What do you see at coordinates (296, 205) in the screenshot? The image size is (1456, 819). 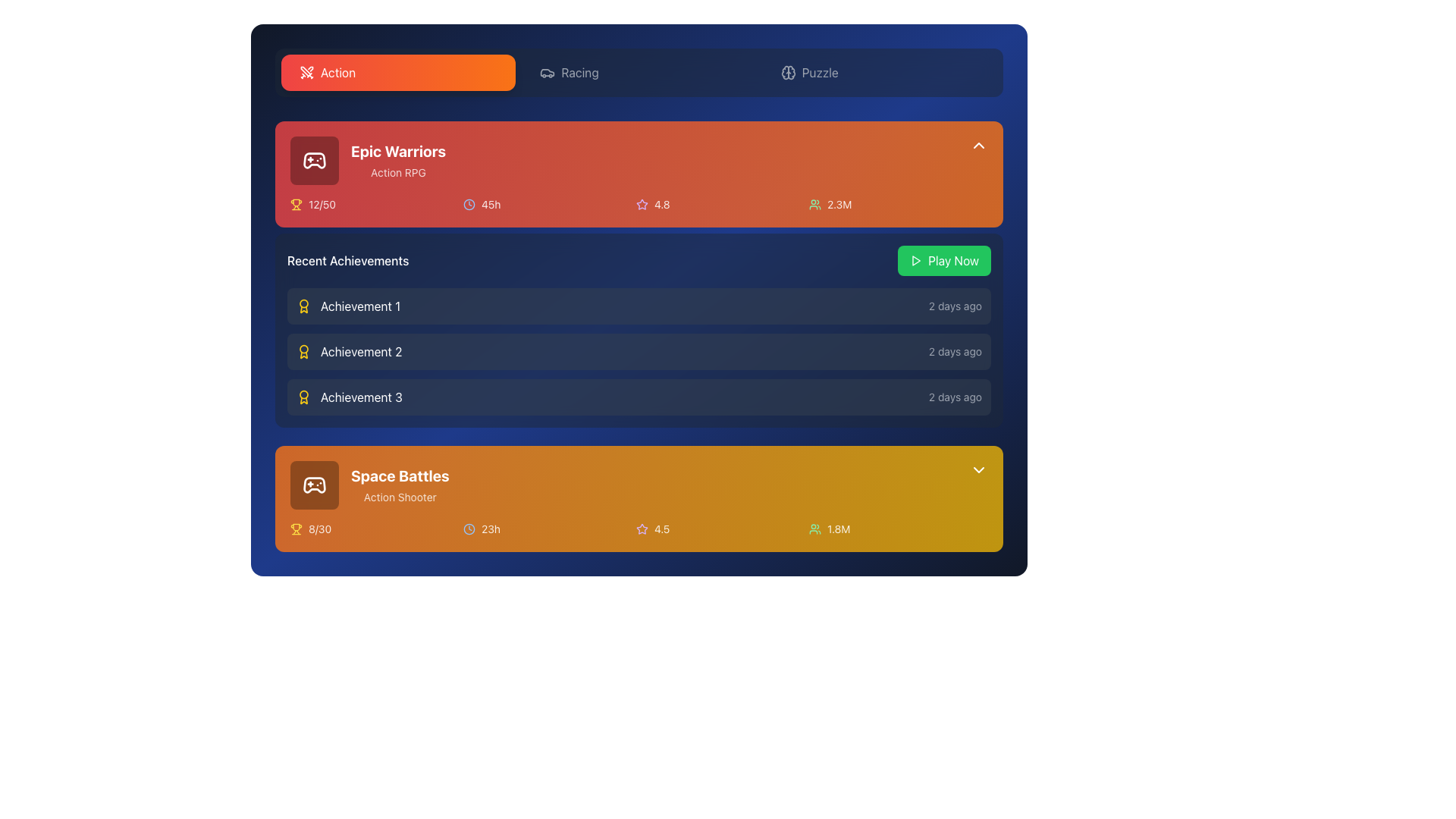 I see `the achievement icon located to the left of the progress text '12/50' in the 'Epic Warriors' section for further interactions` at bounding box center [296, 205].